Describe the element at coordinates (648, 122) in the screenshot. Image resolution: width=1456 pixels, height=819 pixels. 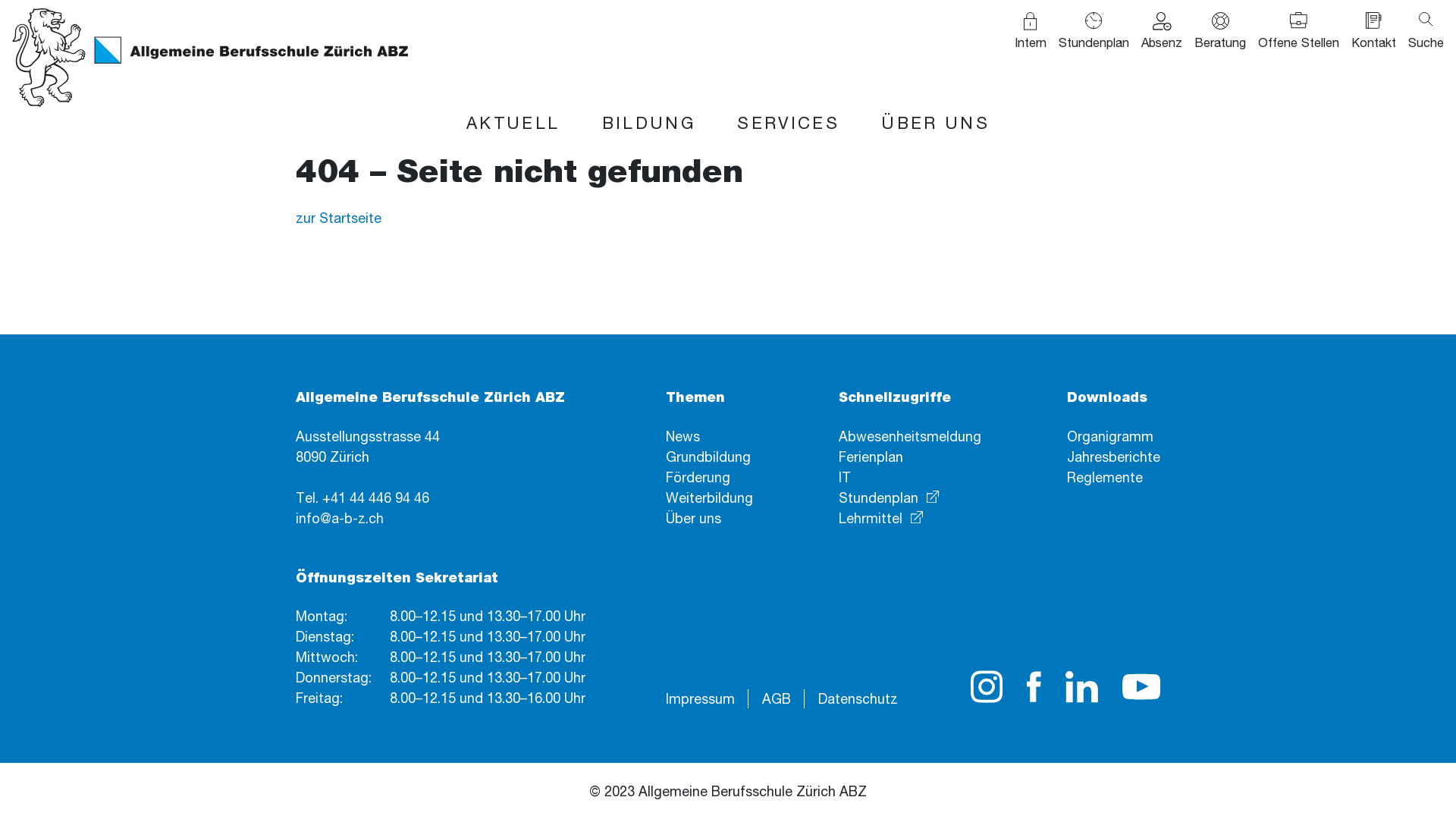
I see `'BILDUNG'` at that location.